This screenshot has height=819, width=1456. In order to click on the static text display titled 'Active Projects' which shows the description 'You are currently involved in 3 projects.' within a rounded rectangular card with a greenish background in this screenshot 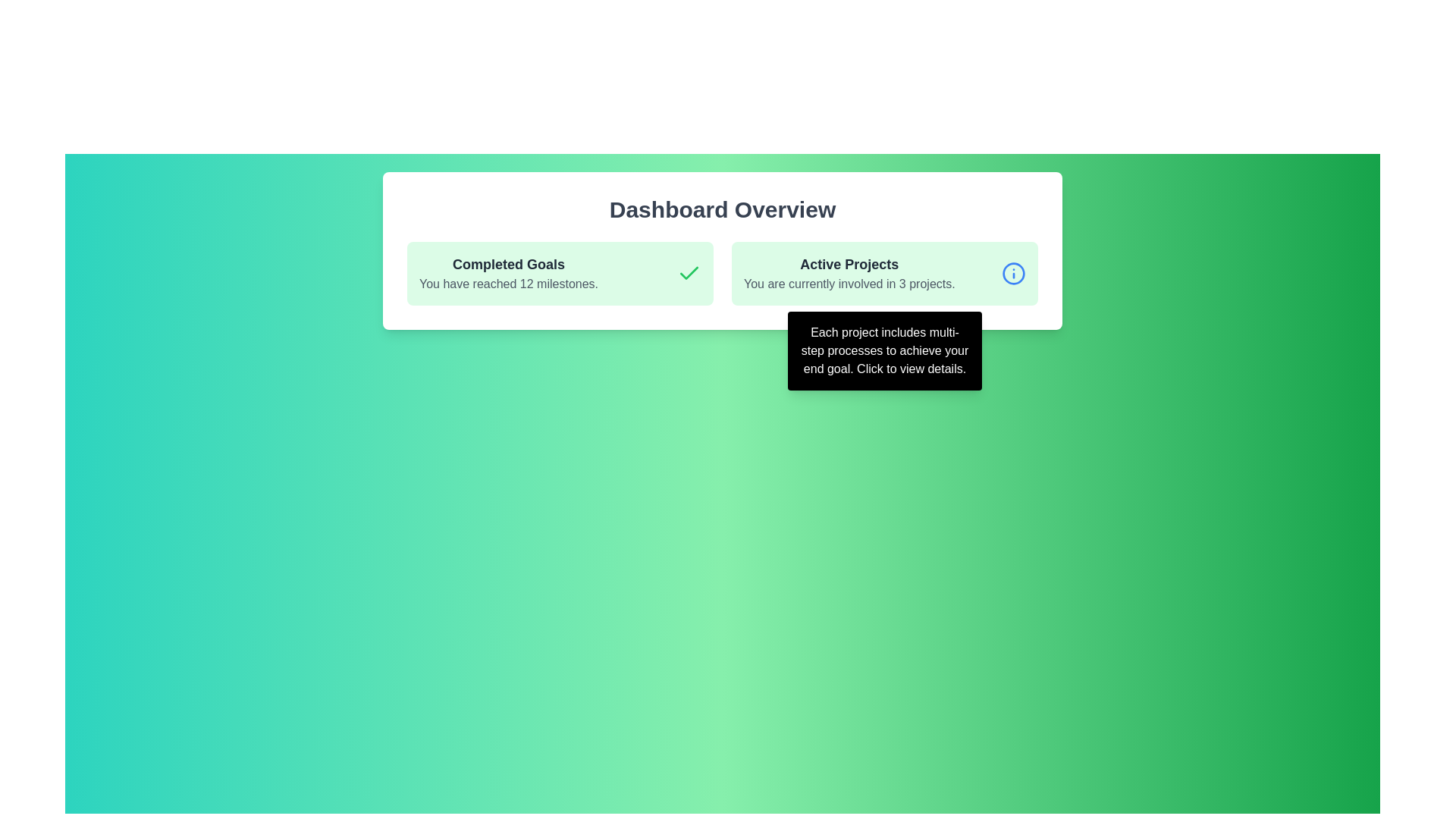, I will do `click(849, 274)`.